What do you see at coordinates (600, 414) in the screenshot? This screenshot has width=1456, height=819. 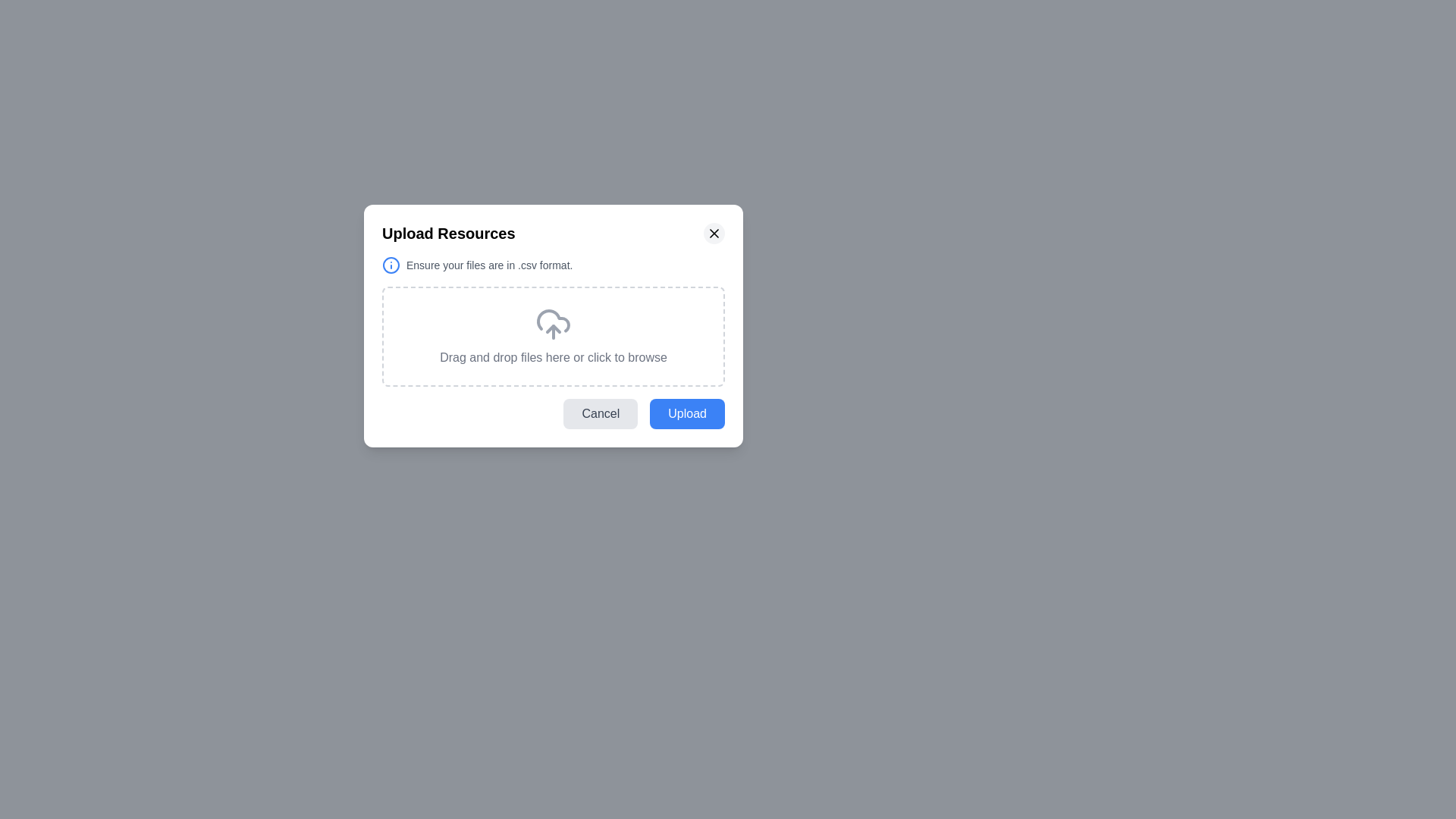 I see `the cancel button in the modal dialog to activate hover styling` at bounding box center [600, 414].